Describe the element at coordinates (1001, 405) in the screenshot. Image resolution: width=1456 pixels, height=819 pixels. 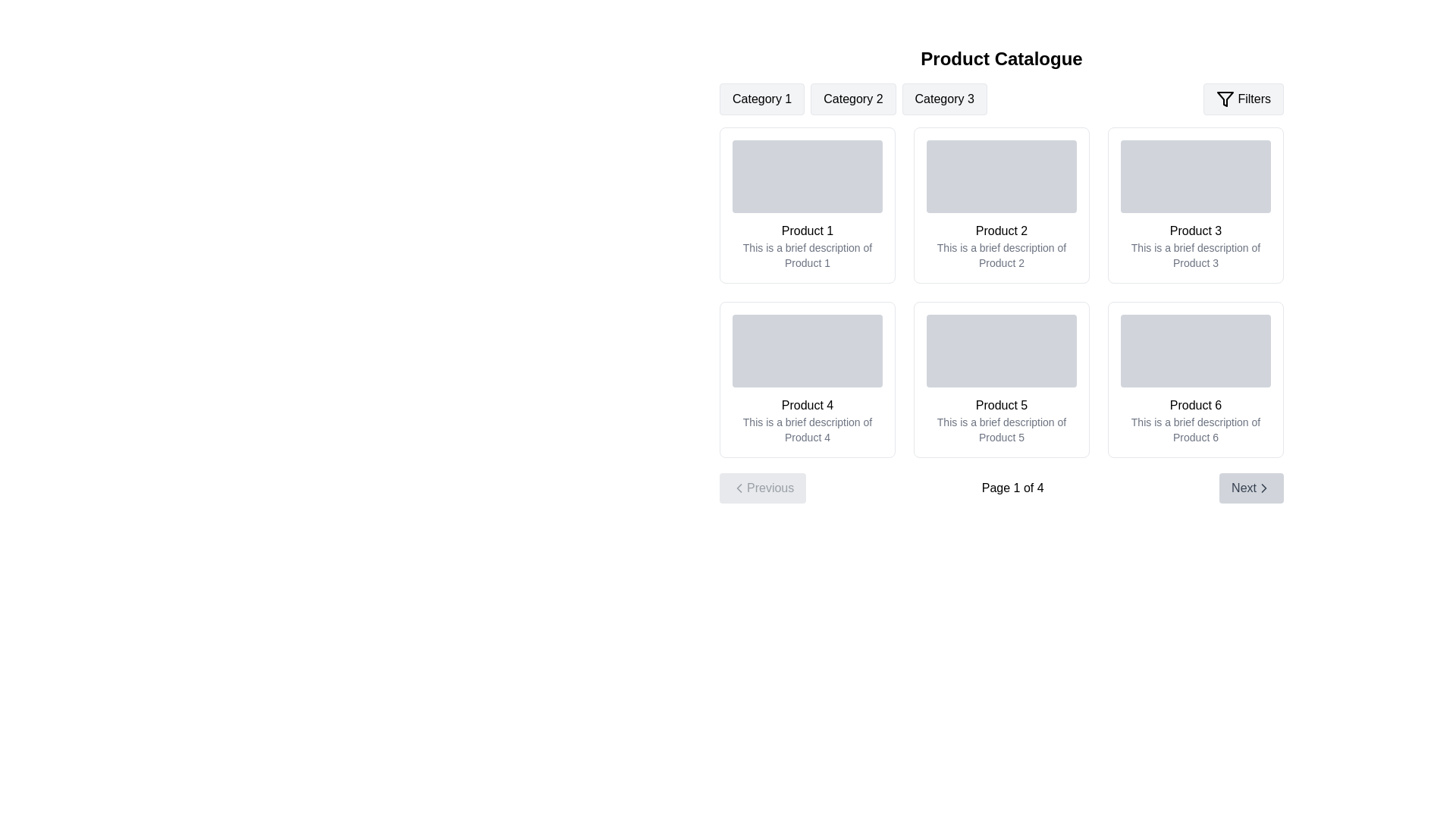
I see `the text label that displays the title or name of 'Product 5', located in the second row, middle column of the product grid` at that location.